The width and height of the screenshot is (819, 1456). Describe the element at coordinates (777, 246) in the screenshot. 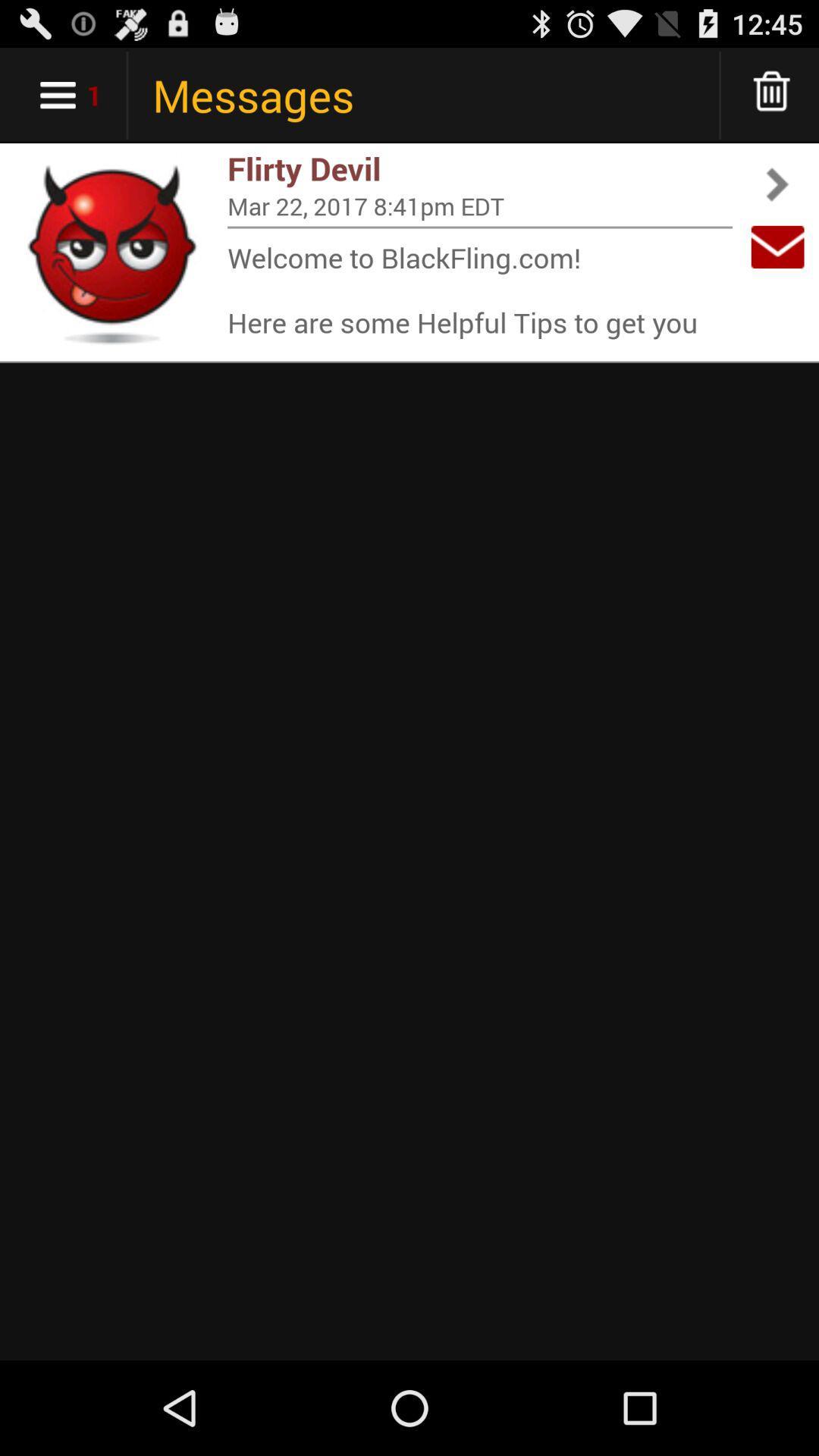

I see `app next to mar 22 2017 app` at that location.